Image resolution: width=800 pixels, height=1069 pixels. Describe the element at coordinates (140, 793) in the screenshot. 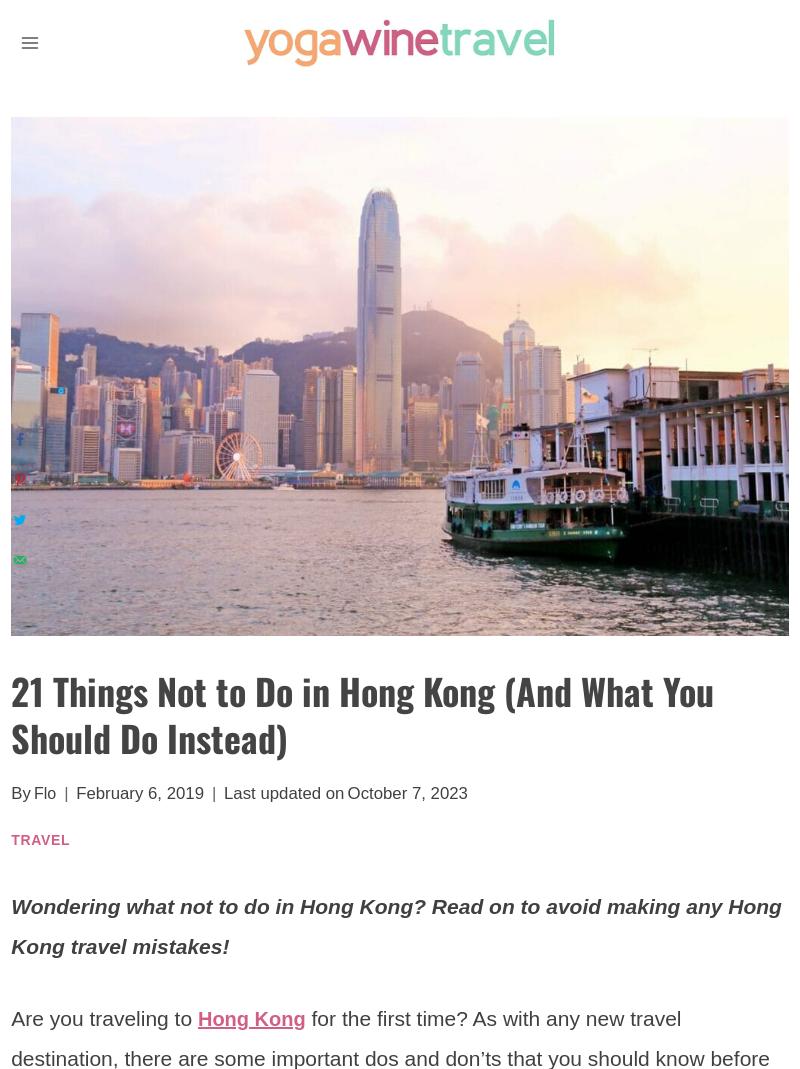

I see `'February 6, 2019'` at that location.